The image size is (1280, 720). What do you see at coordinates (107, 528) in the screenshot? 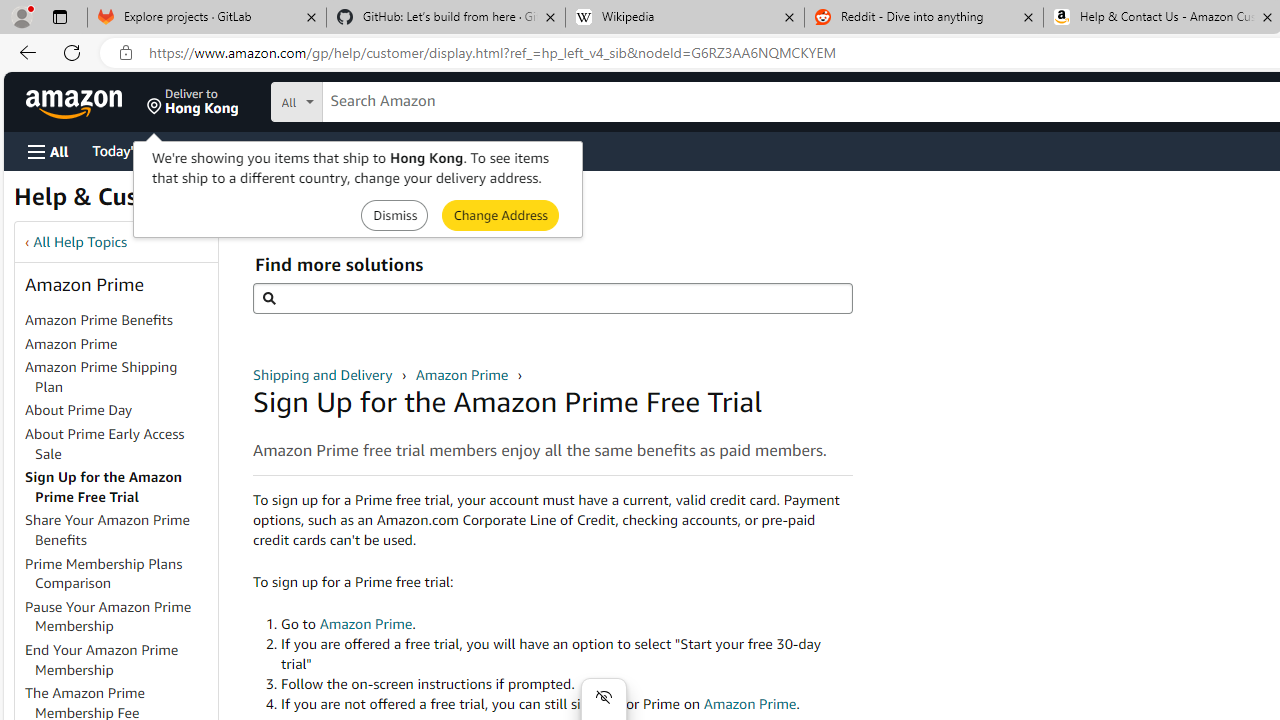
I see `'Share Your Amazon Prime Benefits'` at bounding box center [107, 528].